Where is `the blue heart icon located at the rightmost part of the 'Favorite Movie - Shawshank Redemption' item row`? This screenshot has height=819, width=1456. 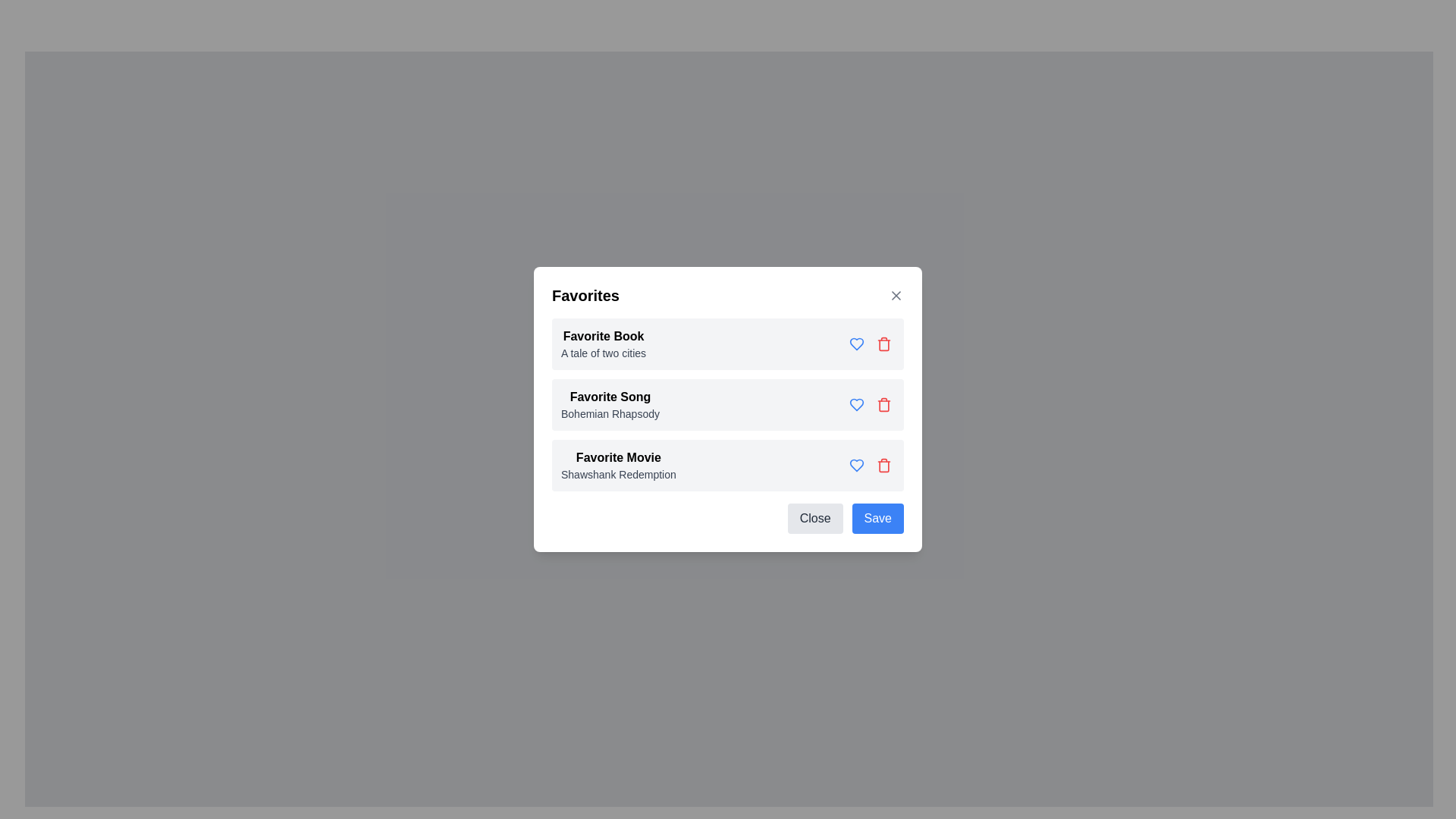
the blue heart icon located at the rightmost part of the 'Favorite Movie - Shawshank Redemption' item row is located at coordinates (870, 464).